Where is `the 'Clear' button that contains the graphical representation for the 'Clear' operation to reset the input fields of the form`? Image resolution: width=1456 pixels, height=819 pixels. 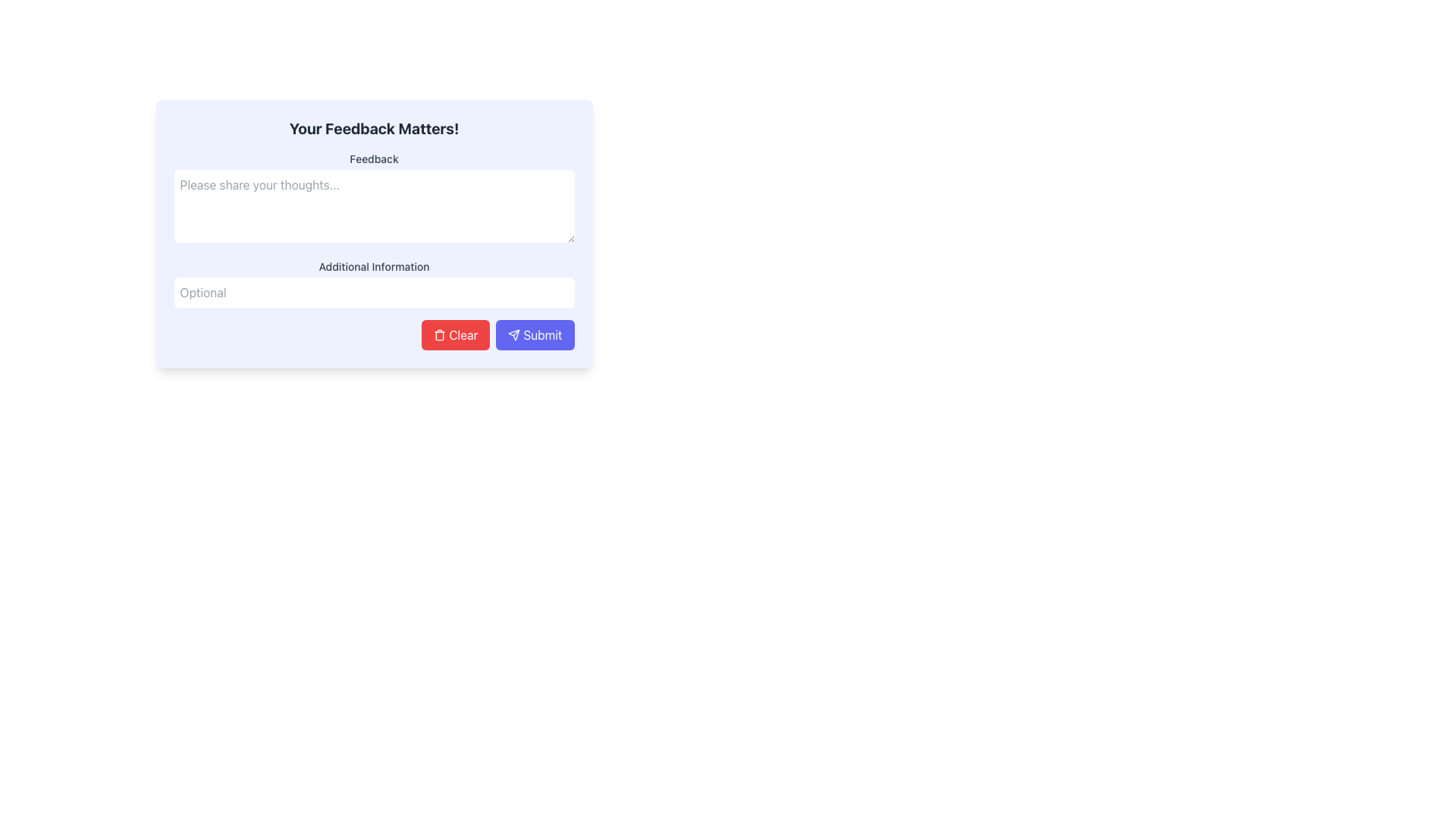 the 'Clear' button that contains the graphical representation for the 'Clear' operation to reset the input fields of the form is located at coordinates (439, 334).